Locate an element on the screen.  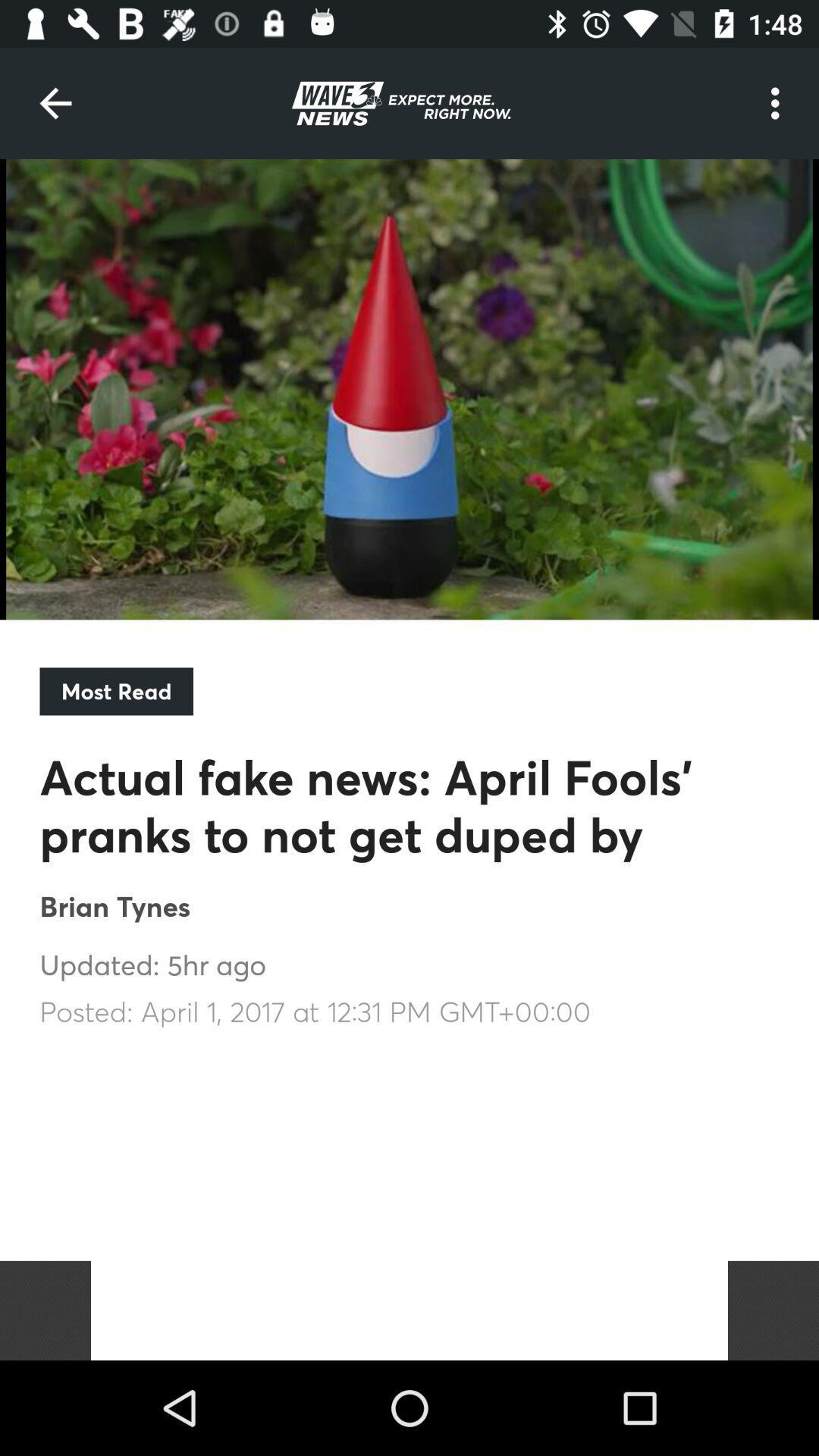
the item below posted april 1 item is located at coordinates (409, 1310).